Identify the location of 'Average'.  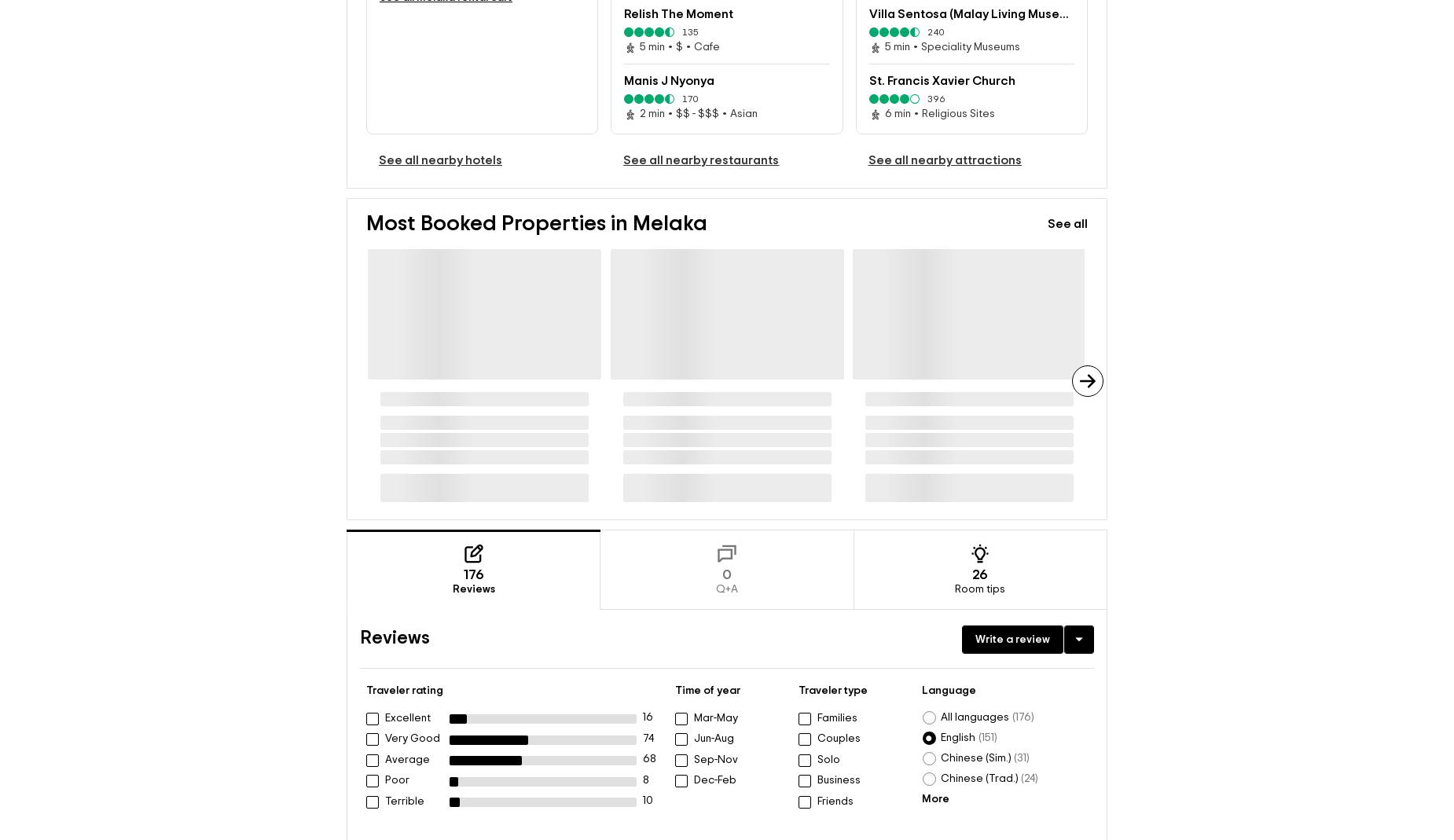
(407, 758).